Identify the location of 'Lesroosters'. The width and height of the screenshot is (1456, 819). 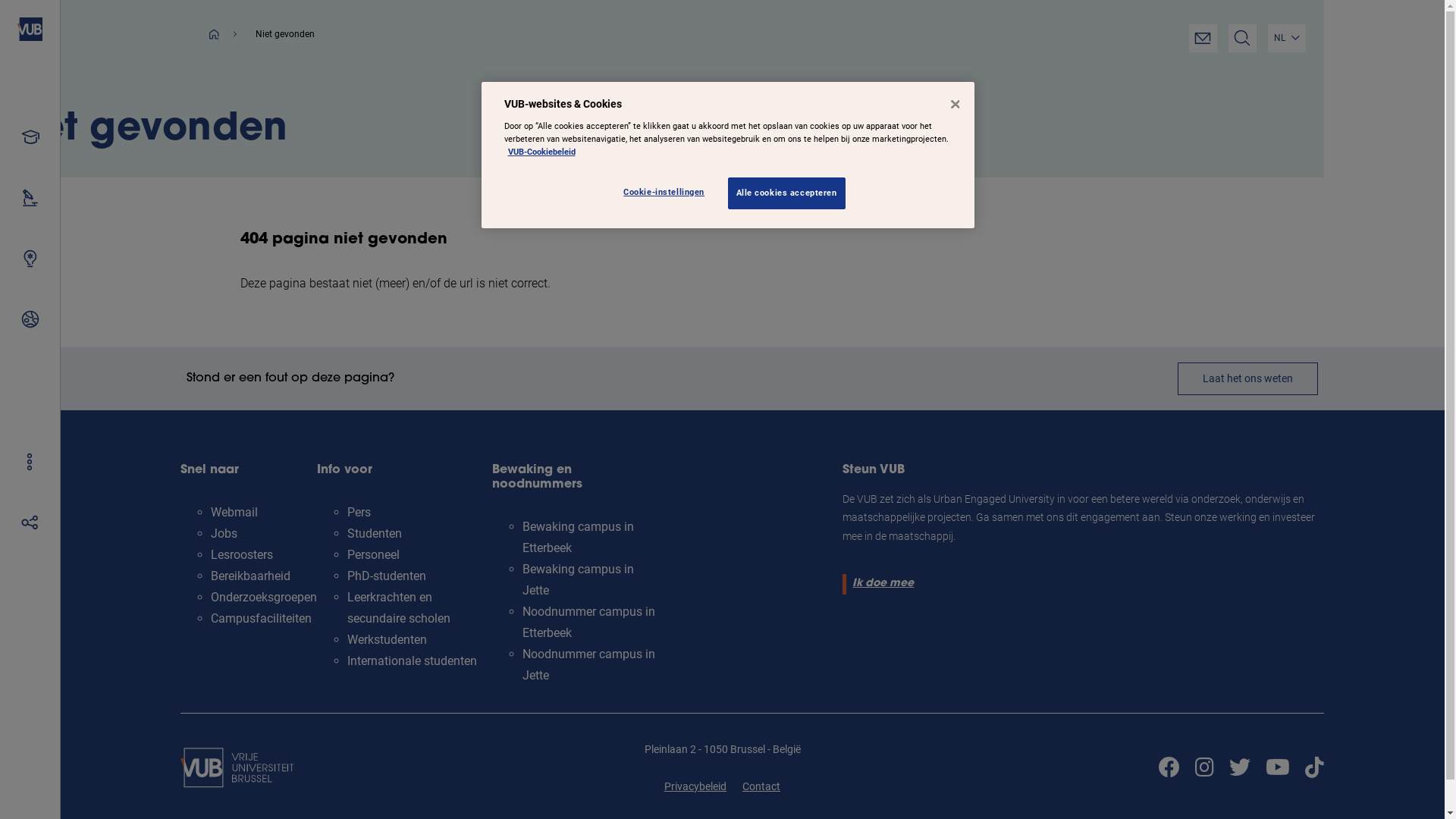
(210, 554).